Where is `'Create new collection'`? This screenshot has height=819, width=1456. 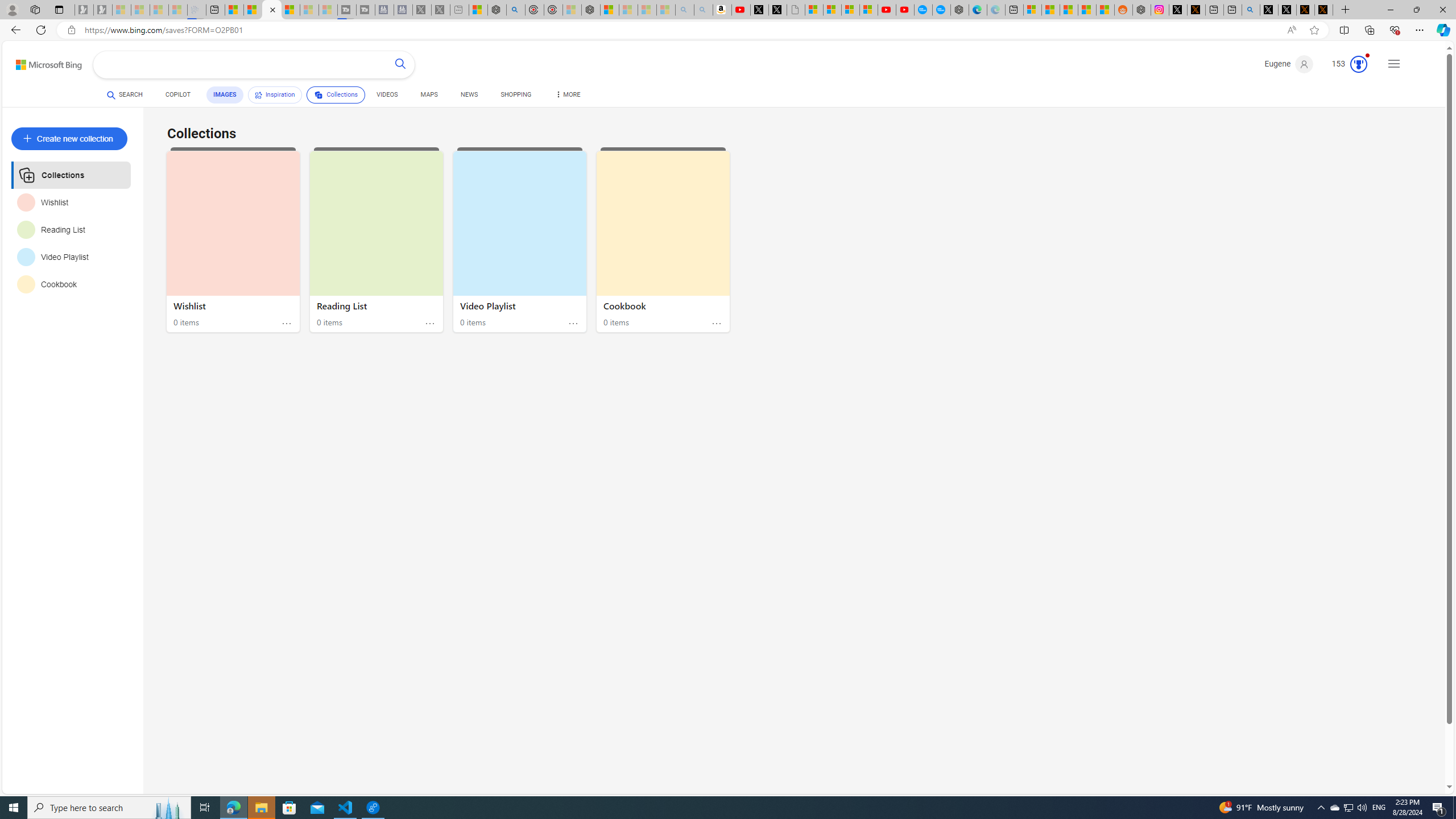 'Create new collection' is located at coordinates (69, 139).